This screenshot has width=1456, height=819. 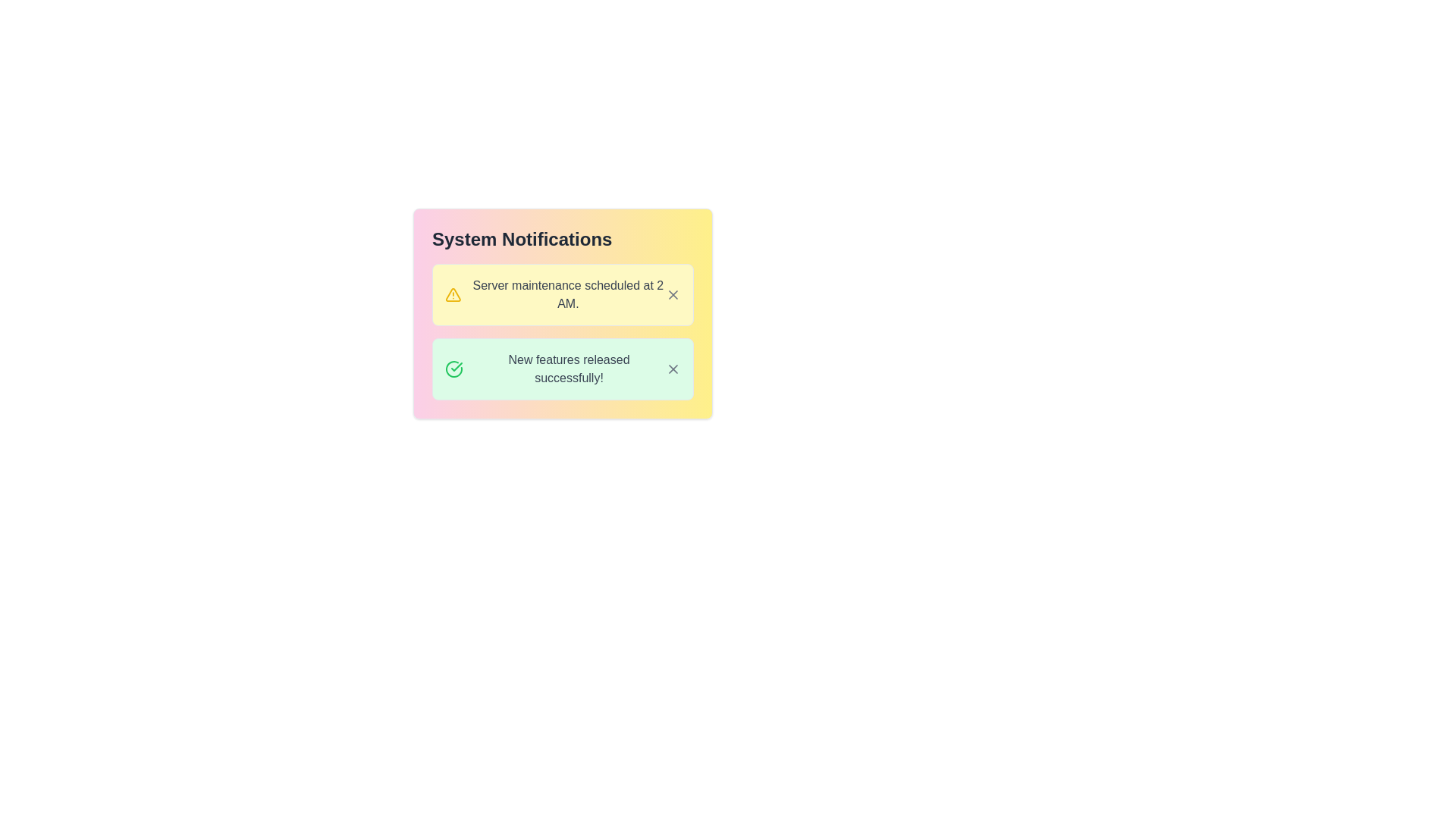 What do you see at coordinates (673, 369) in the screenshot?
I see `the gray 'X' shape close icon located in the top right corner of the notification box labeled 'New features released successfully!'` at bounding box center [673, 369].